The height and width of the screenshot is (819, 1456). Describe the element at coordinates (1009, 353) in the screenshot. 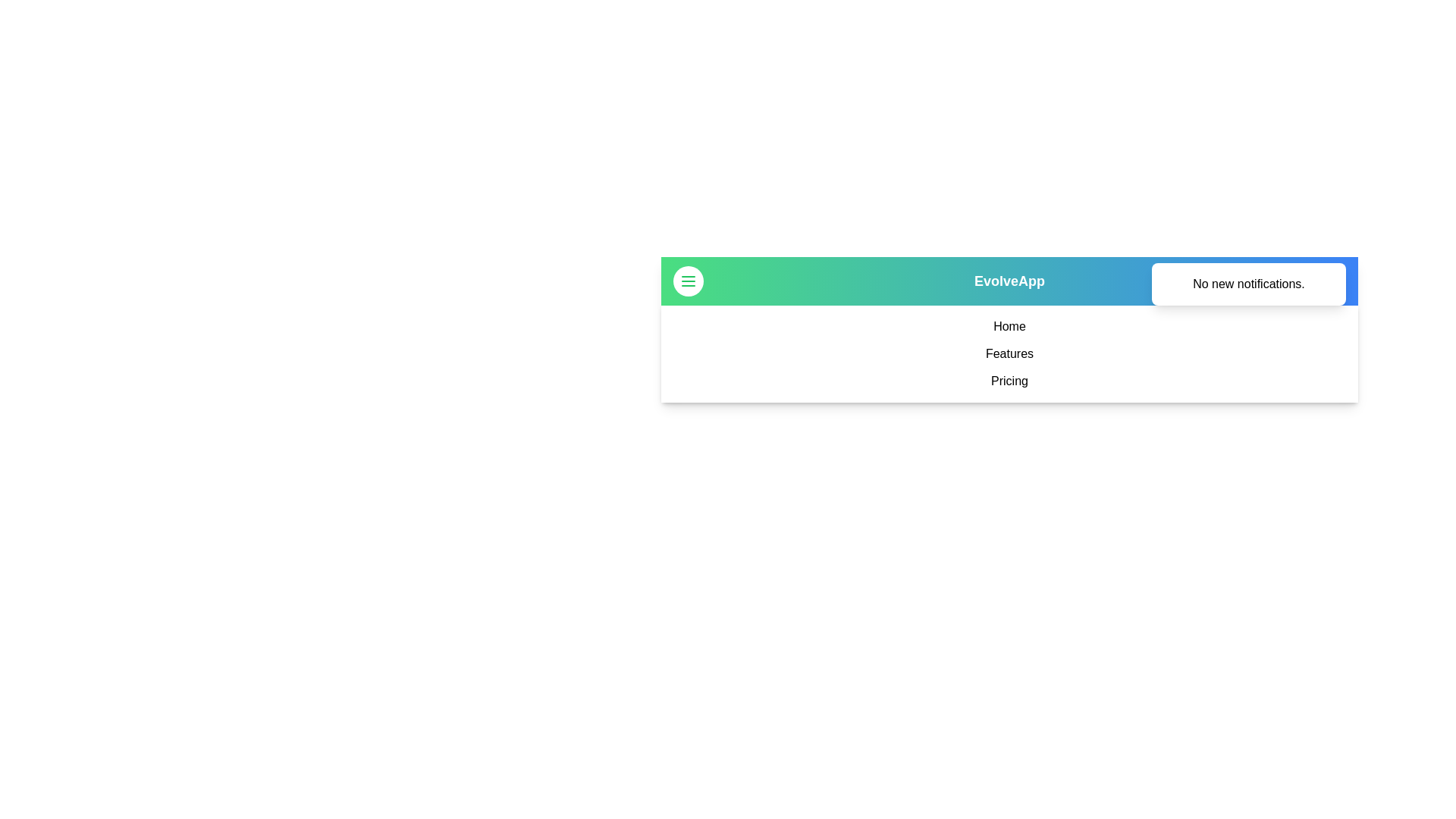

I see `the navigation menu item Features` at that location.